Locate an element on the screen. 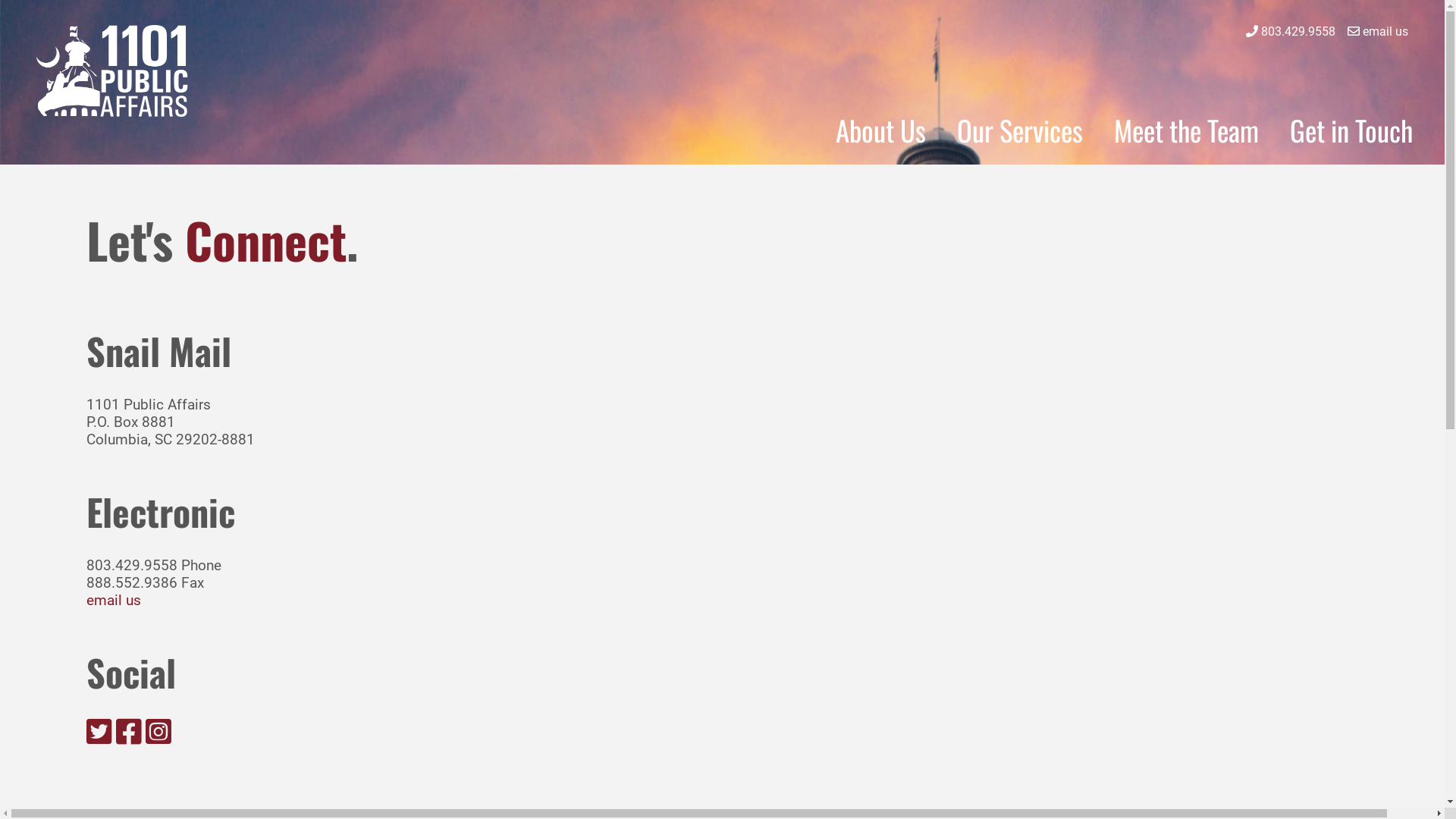 This screenshot has height=819, width=1456. 'Instagram' is located at coordinates (158, 736).